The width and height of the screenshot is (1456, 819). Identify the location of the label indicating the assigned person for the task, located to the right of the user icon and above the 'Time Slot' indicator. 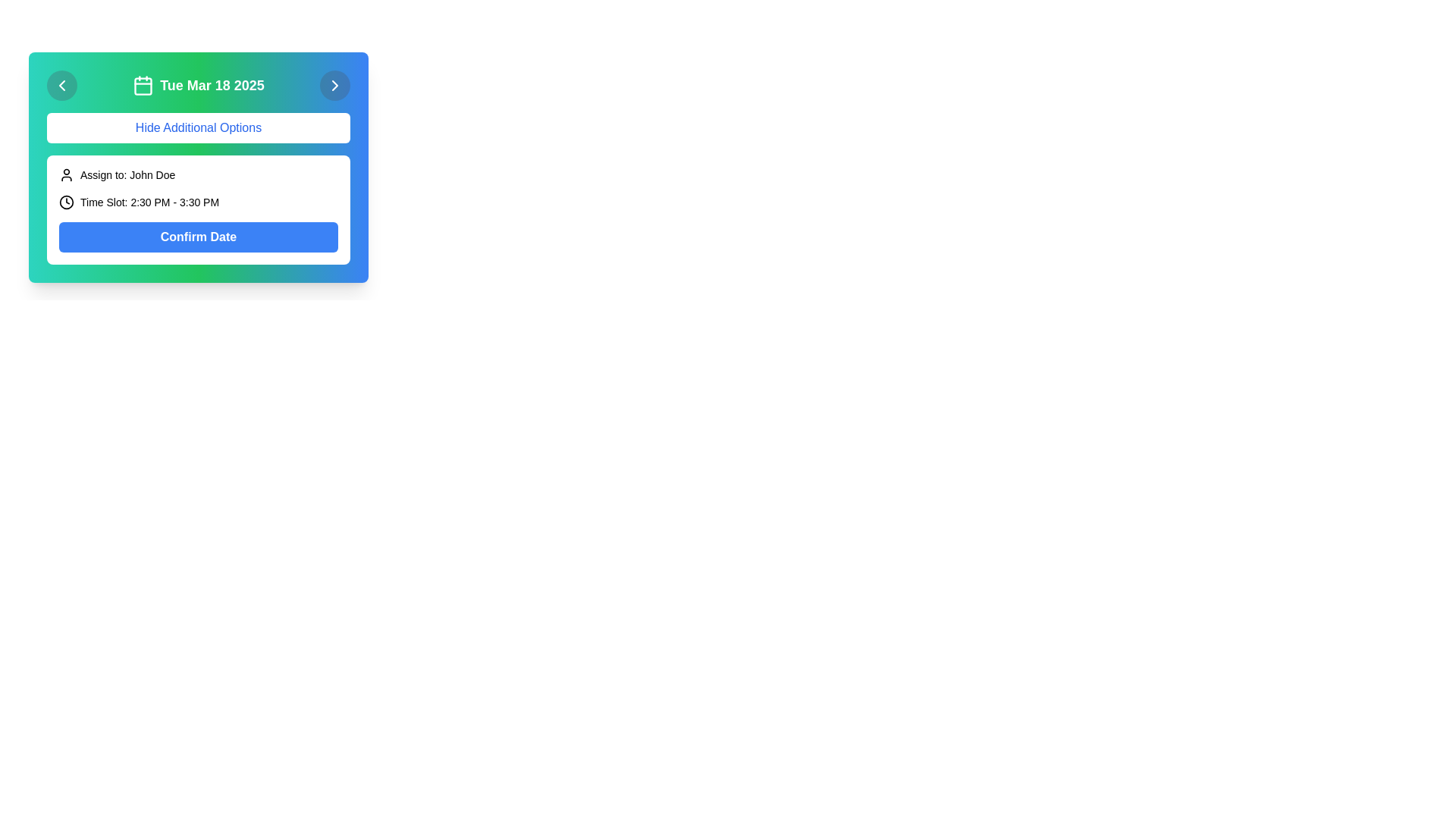
(127, 174).